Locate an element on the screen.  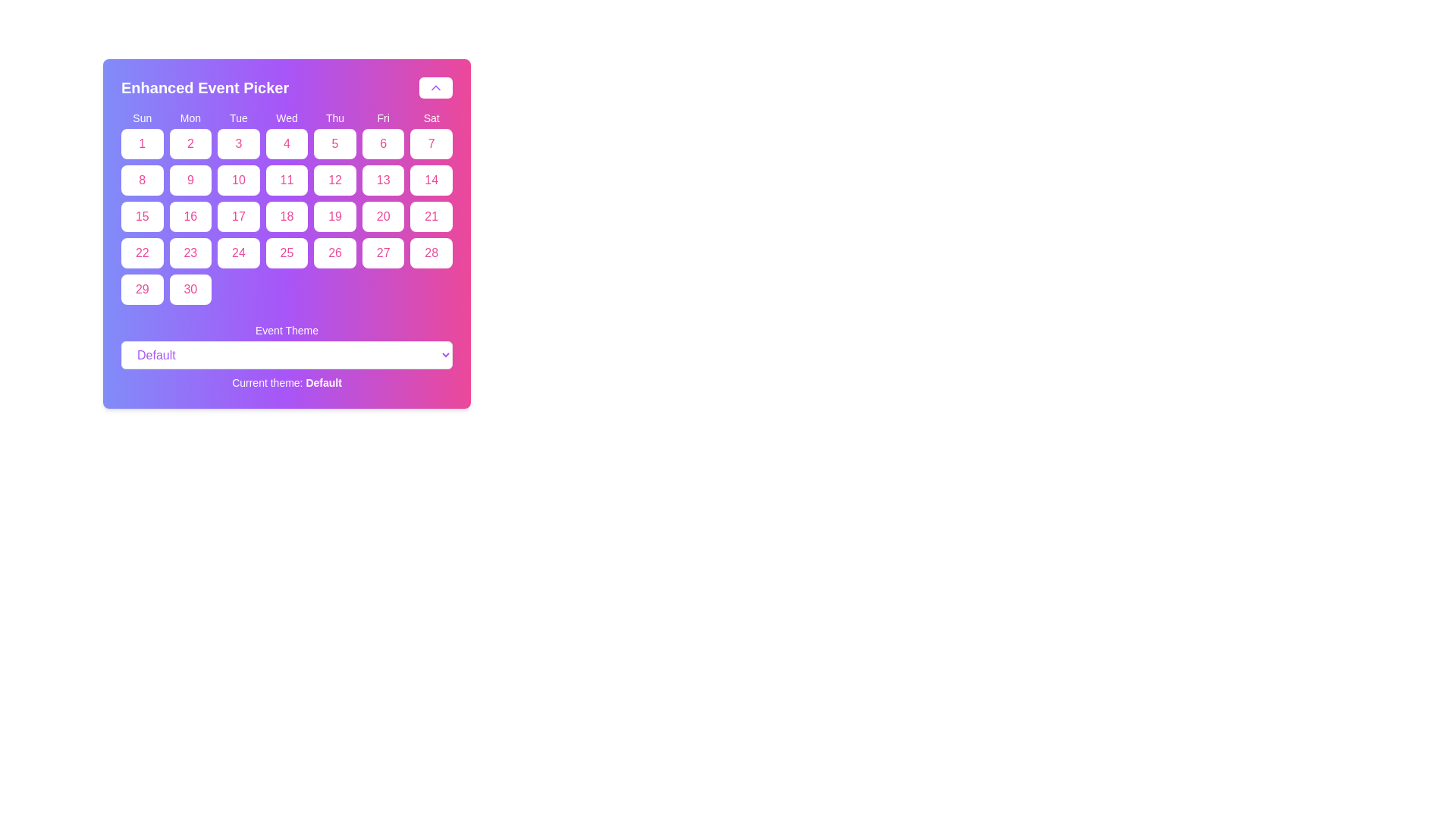
the static text label displaying the currently selected theme of the event as 'Default', located near the bottom of the 'Enhanced Event Picker' UI panel is located at coordinates (287, 382).